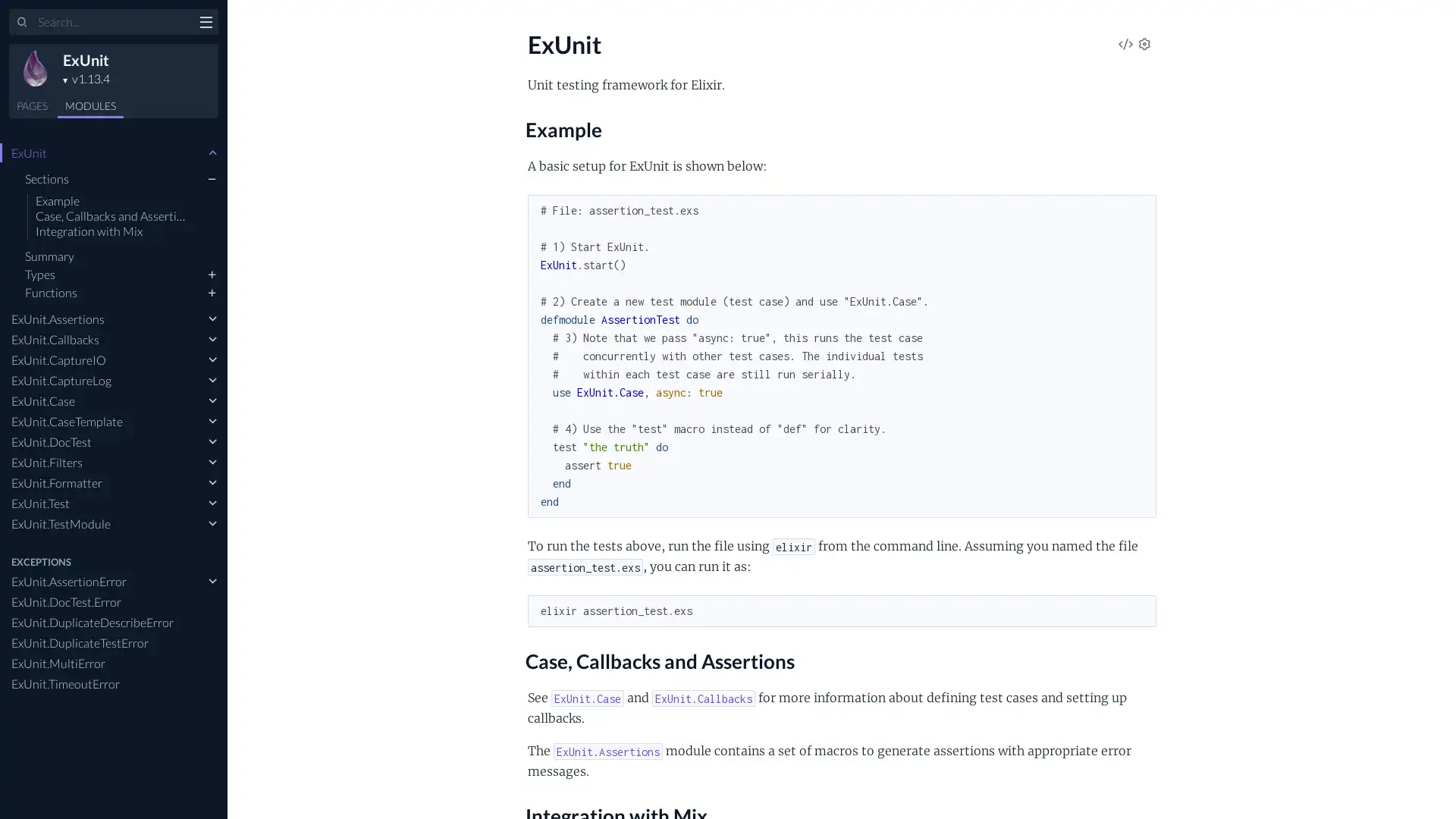 The width and height of the screenshot is (1456, 819). What do you see at coordinates (205, 24) in the screenshot?
I see `toggle sidebar` at bounding box center [205, 24].